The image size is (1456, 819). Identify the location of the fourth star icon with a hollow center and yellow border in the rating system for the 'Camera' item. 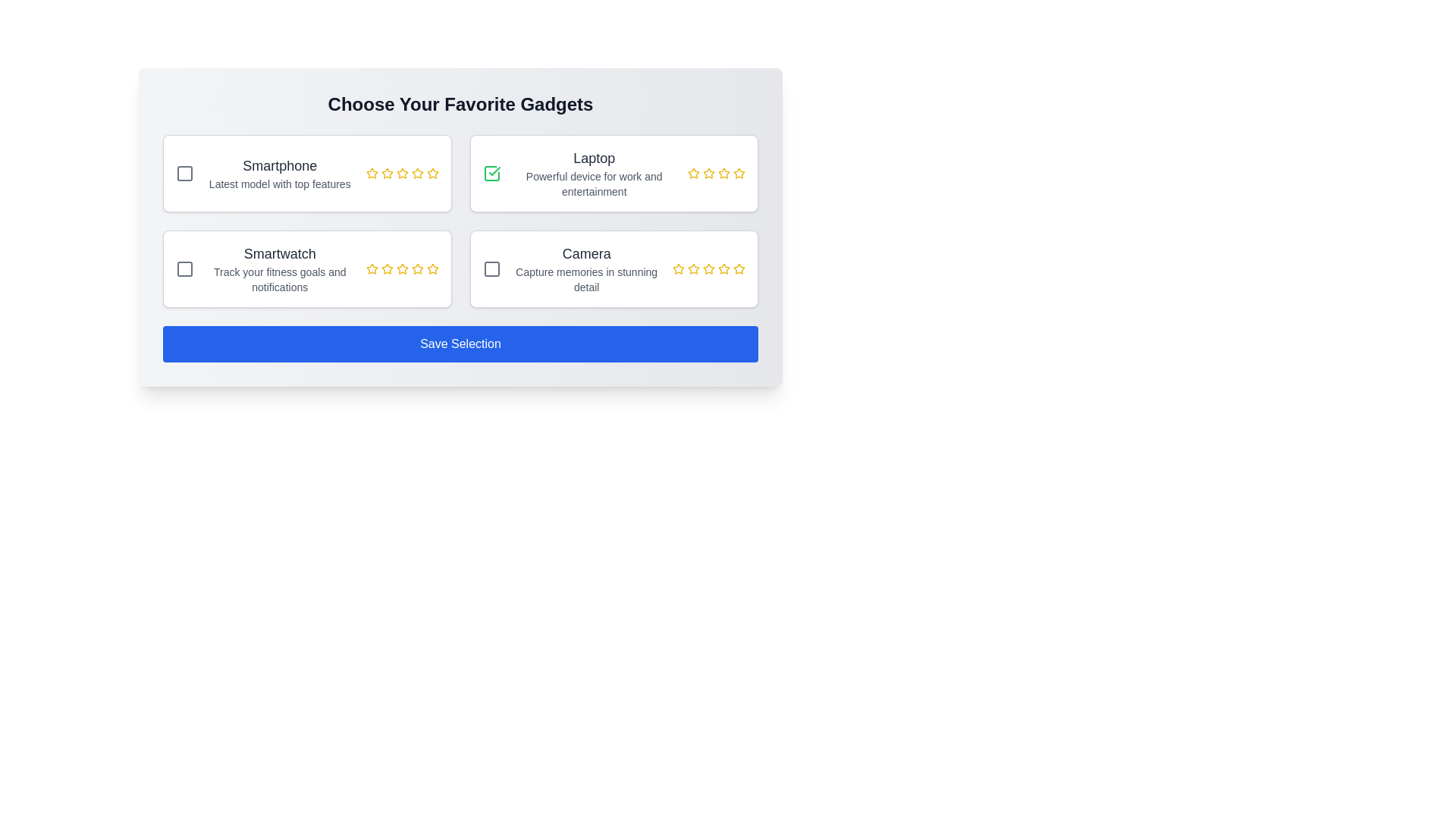
(723, 268).